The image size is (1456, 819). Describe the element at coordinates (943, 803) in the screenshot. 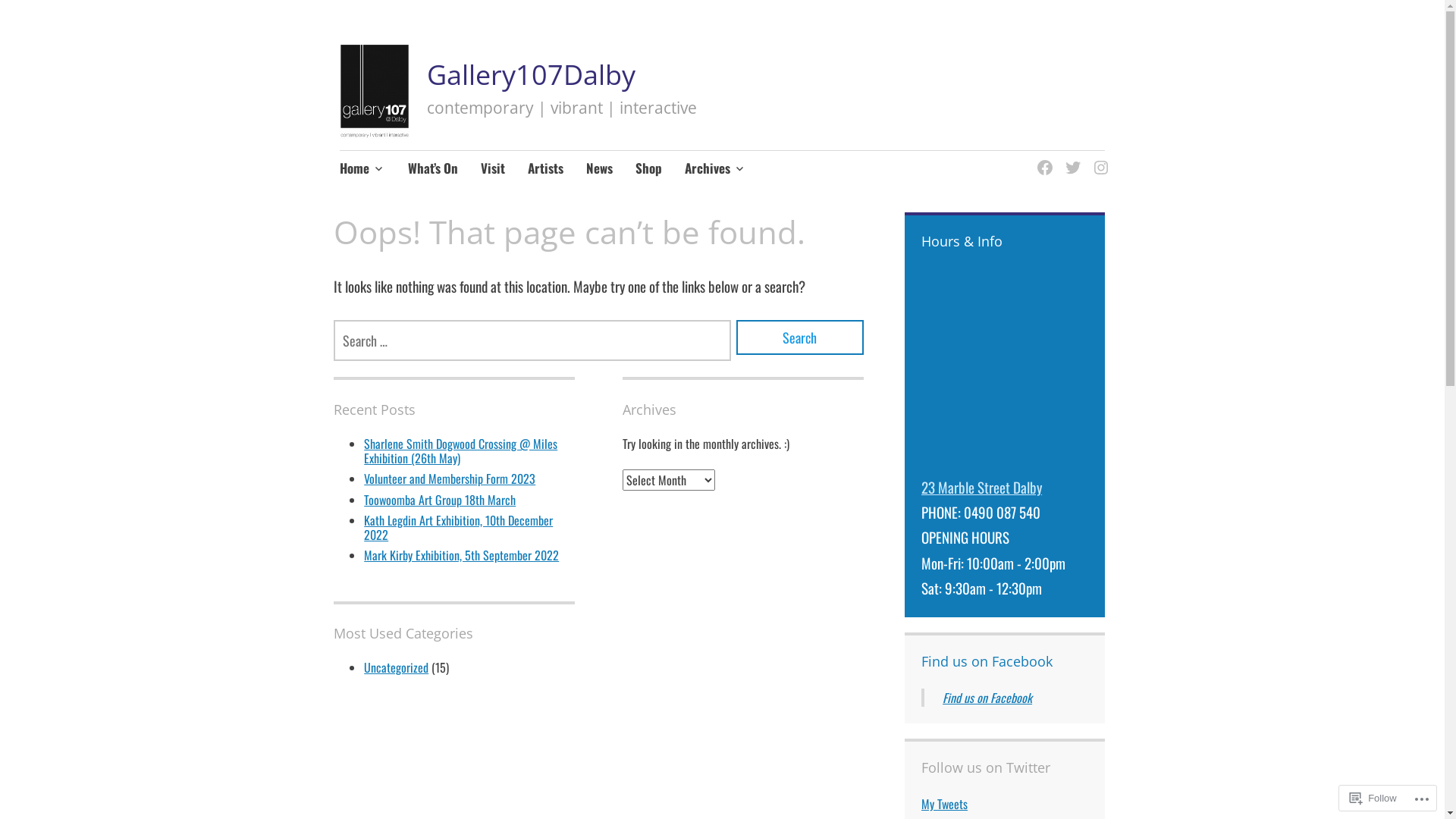

I see `'My Tweets'` at that location.